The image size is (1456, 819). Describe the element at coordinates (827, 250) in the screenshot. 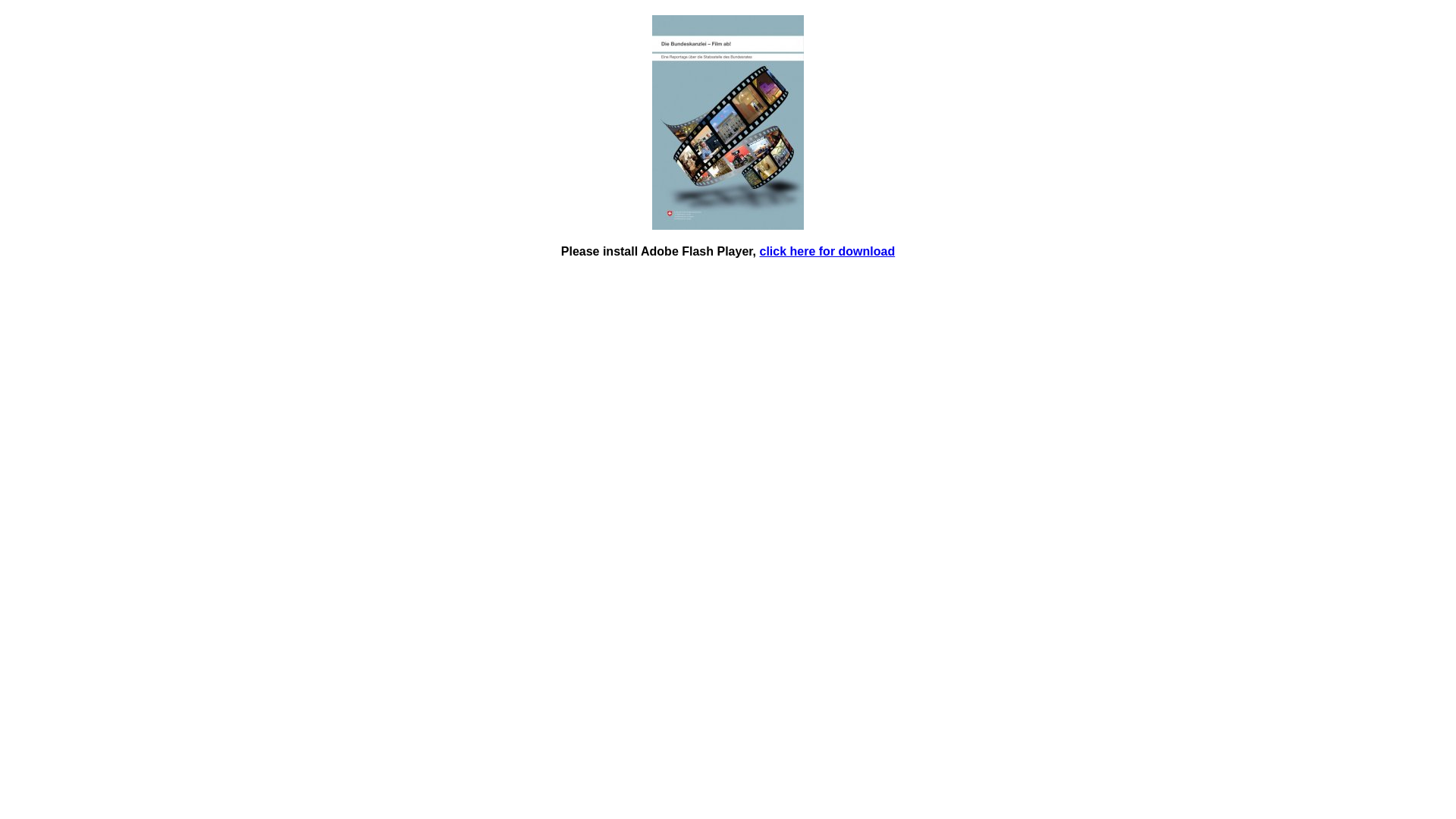

I see `'click here for download'` at that location.